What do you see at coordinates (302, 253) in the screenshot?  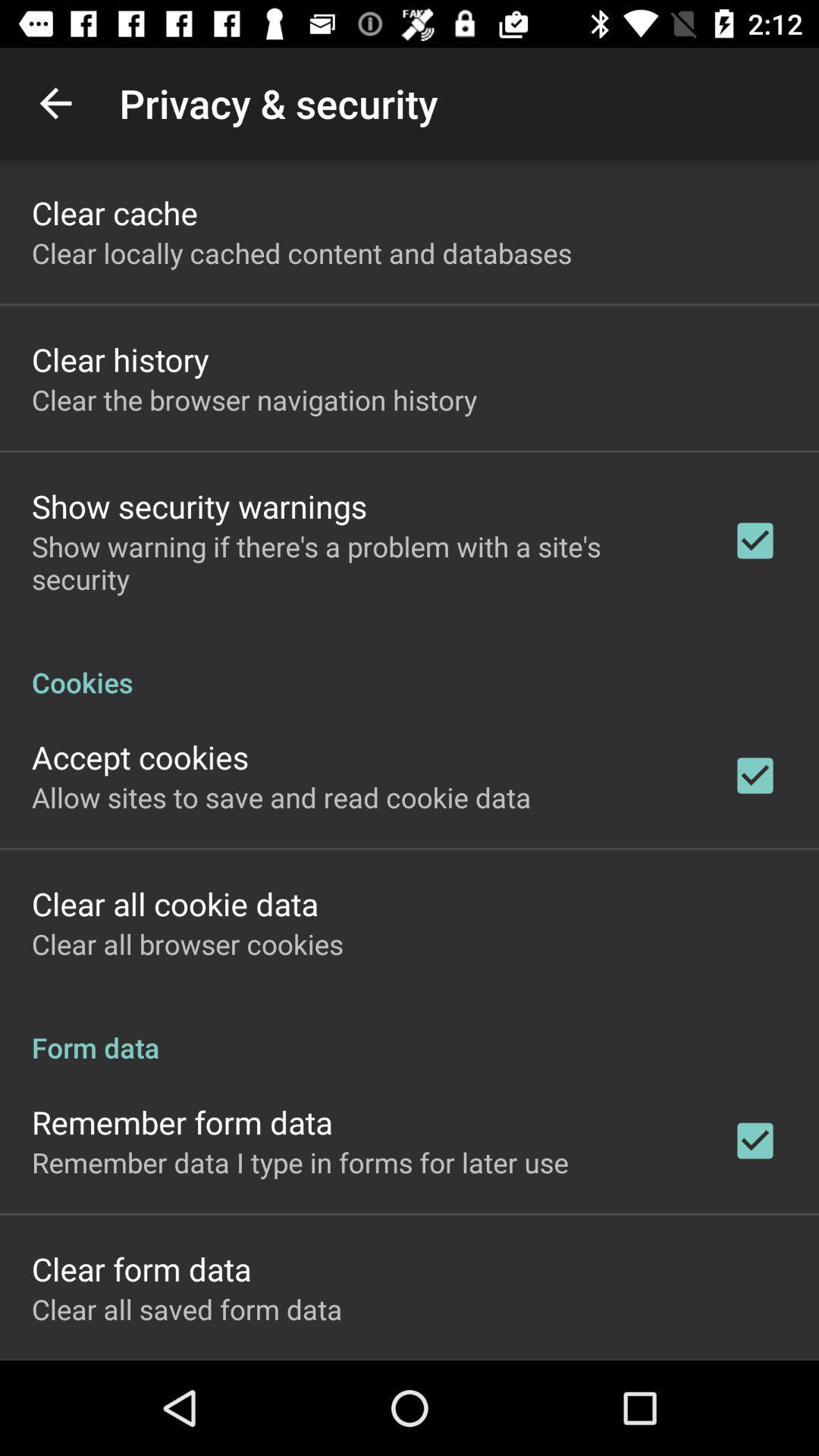 I see `the clear locally cached item` at bounding box center [302, 253].